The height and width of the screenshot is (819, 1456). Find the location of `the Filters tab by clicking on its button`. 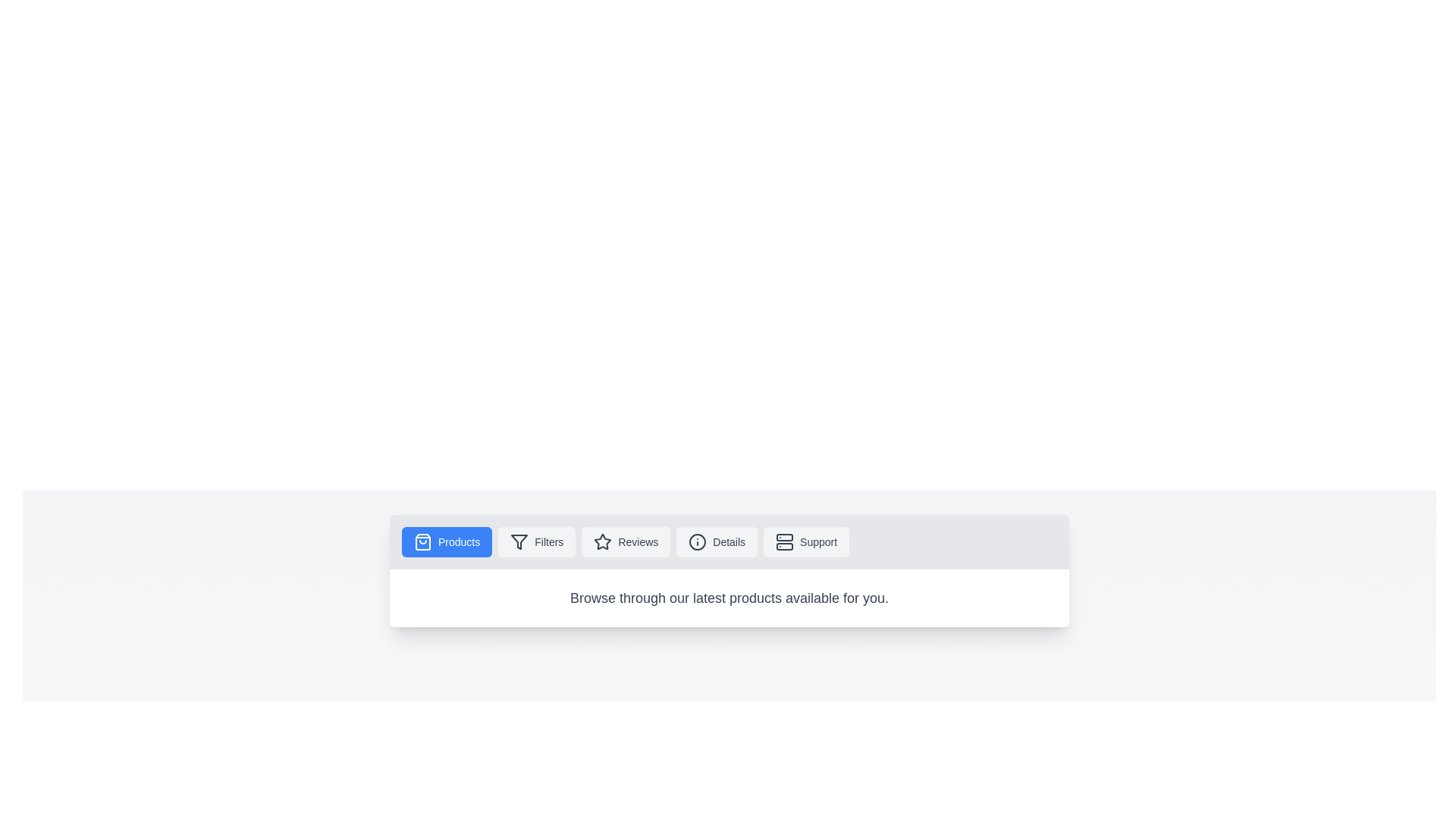

the Filters tab by clicking on its button is located at coordinates (537, 541).